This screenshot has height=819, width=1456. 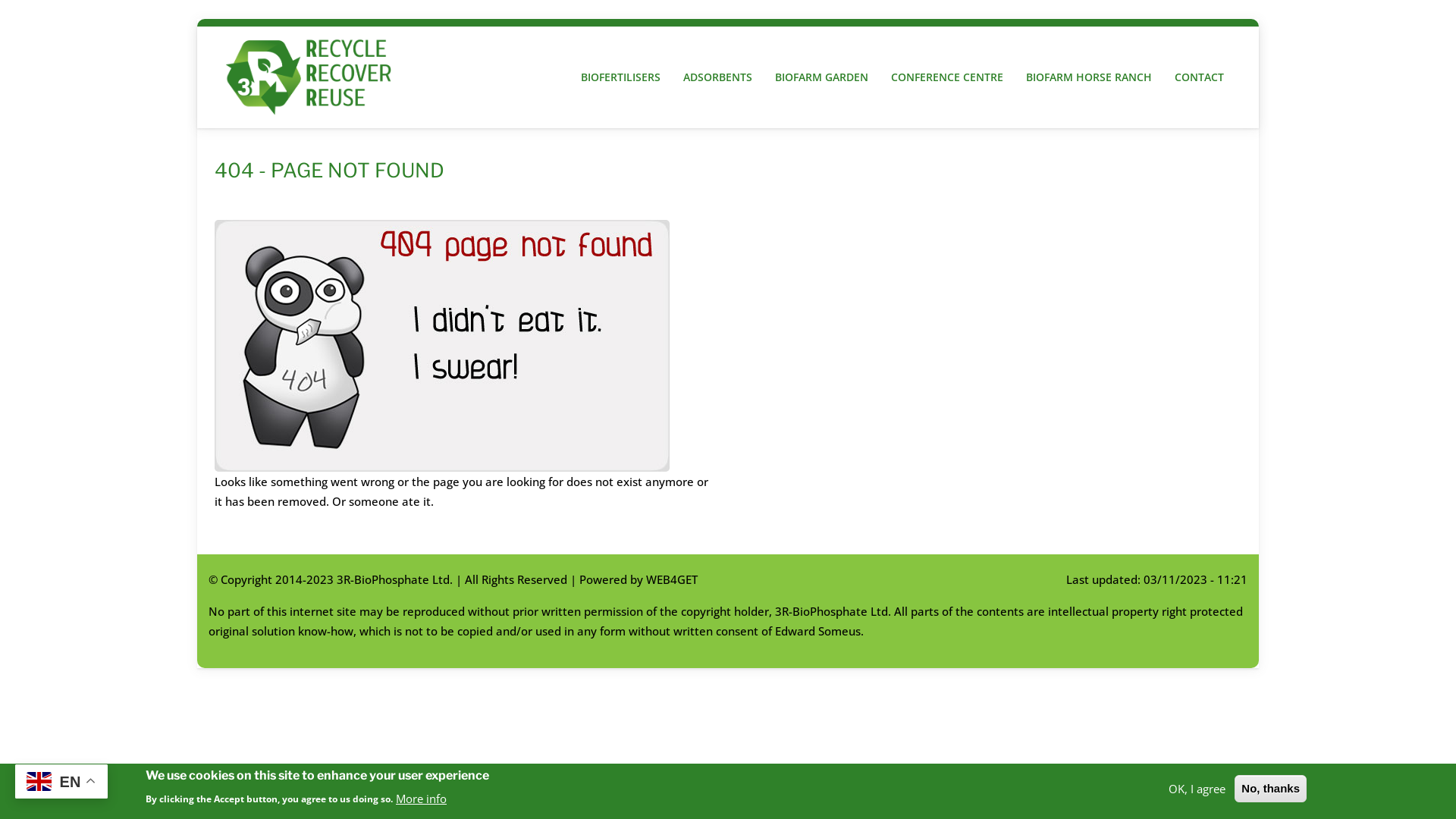 What do you see at coordinates (1270, 788) in the screenshot?
I see `'No, thanks'` at bounding box center [1270, 788].